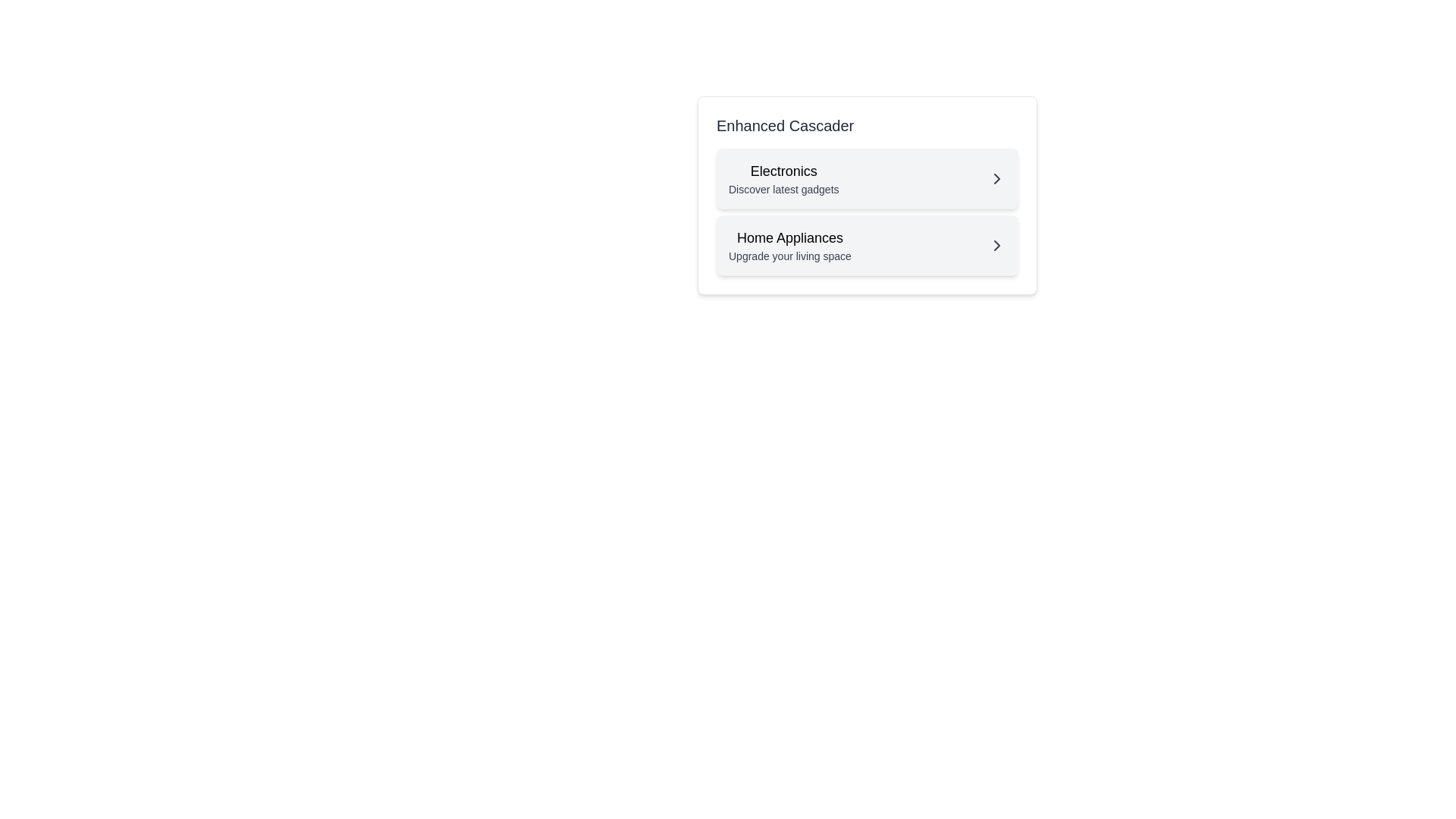 The image size is (1456, 819). I want to click on the 'Home Appliances' label, which is prominently displayed in bold text on a light background, located in the second row of the 'Enhanced Cascader' section, directly below 'Electronics', so click(789, 237).